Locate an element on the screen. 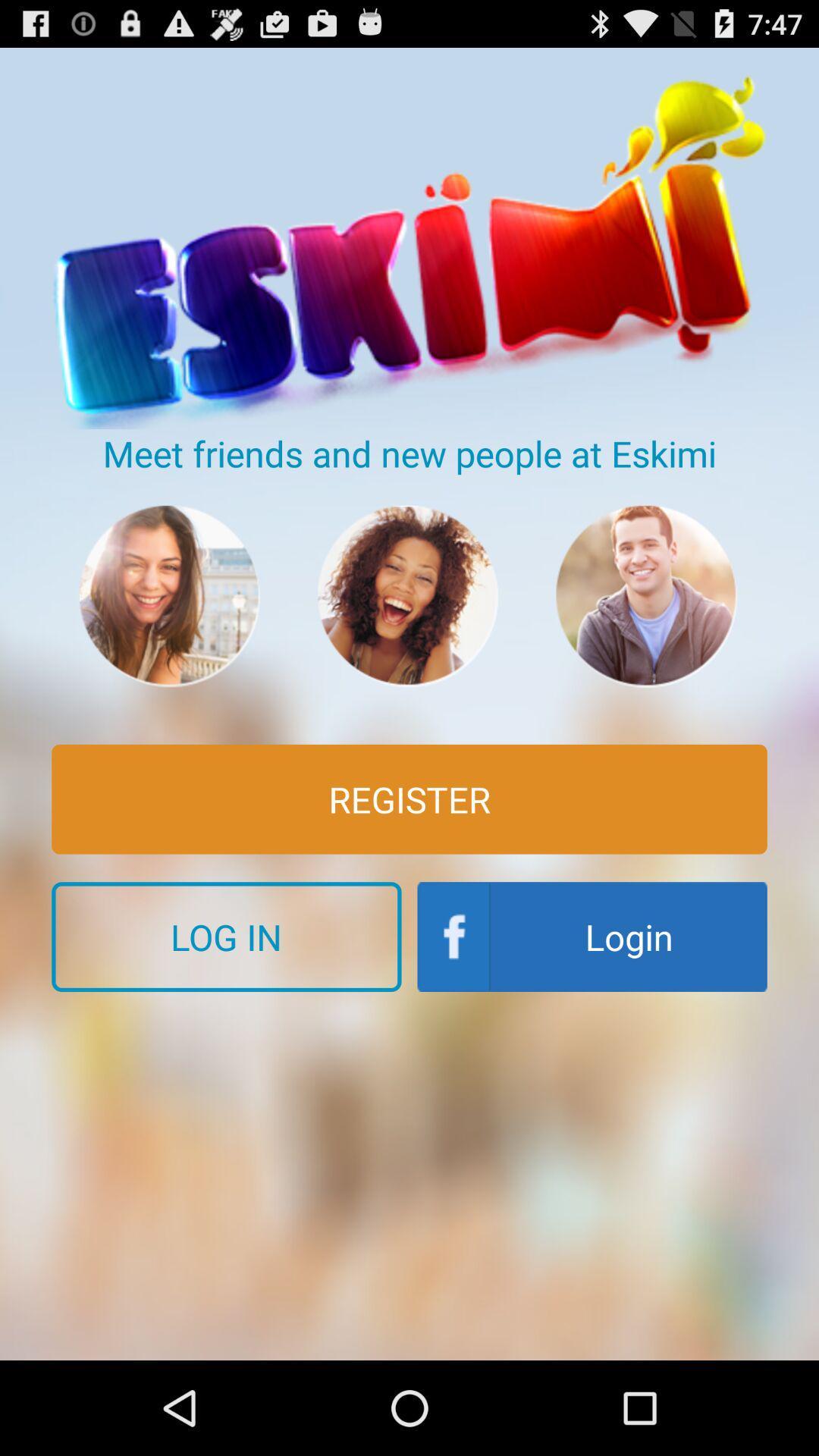  register item is located at coordinates (409, 799).